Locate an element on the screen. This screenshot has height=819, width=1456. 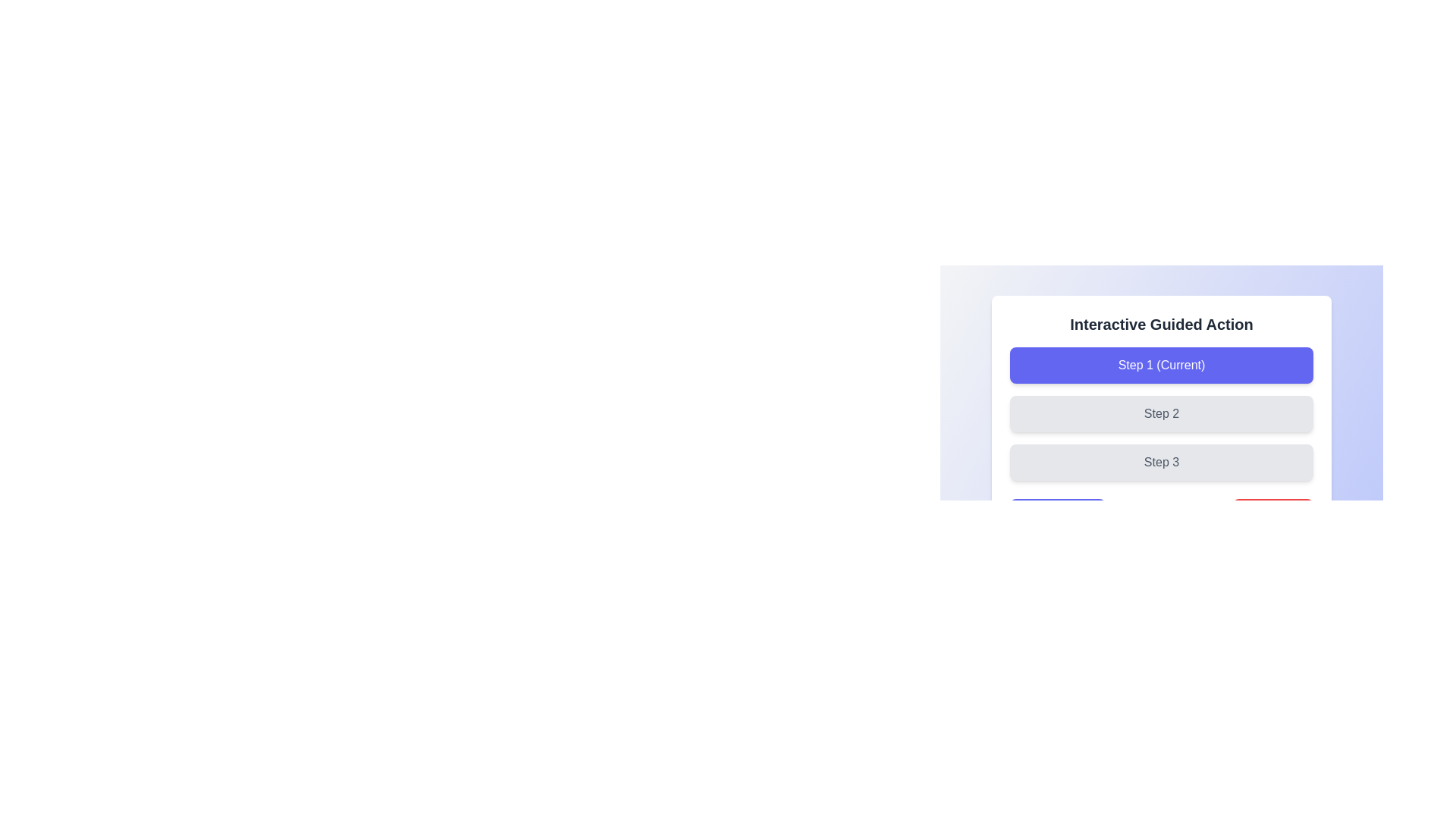
the Step indicator group that shows 'Step 1 (Current)', 'Step 2', and 'Step 3', indicating the current step in the multi-step process is located at coordinates (1160, 414).